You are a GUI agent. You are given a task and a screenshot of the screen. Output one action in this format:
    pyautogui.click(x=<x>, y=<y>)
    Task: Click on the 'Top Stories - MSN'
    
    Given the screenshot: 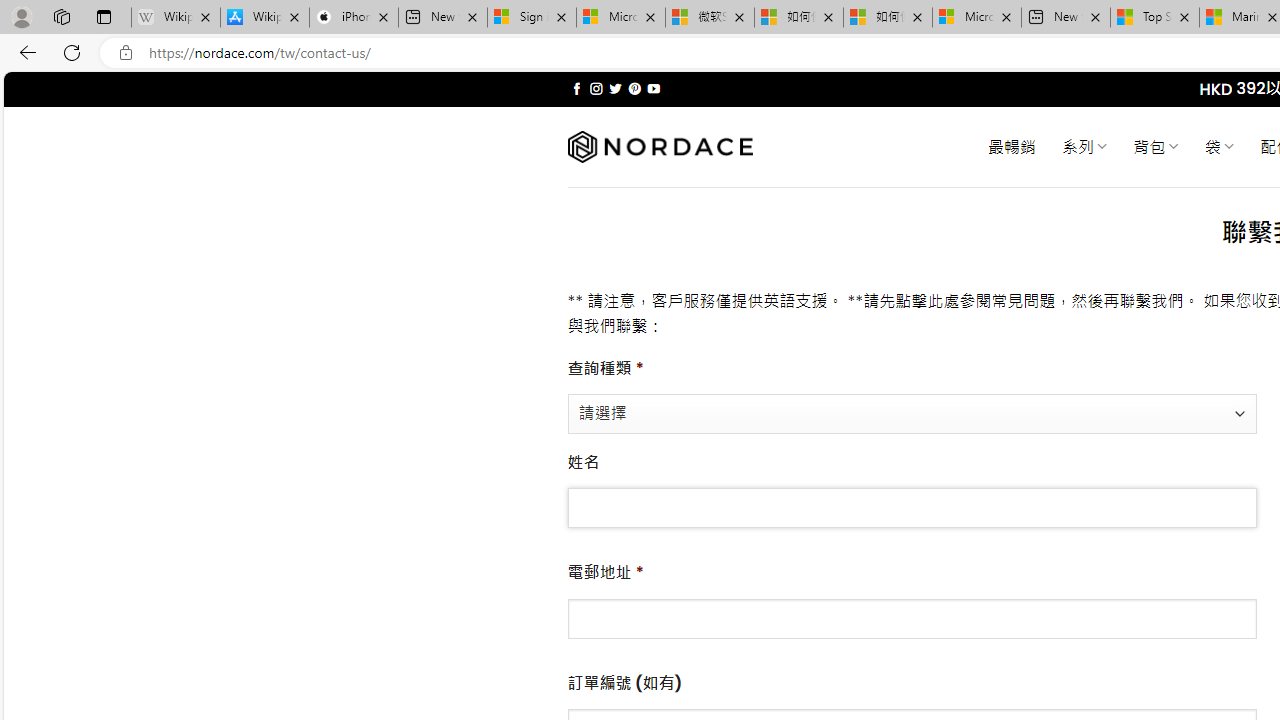 What is the action you would take?
    pyautogui.click(x=1155, y=17)
    